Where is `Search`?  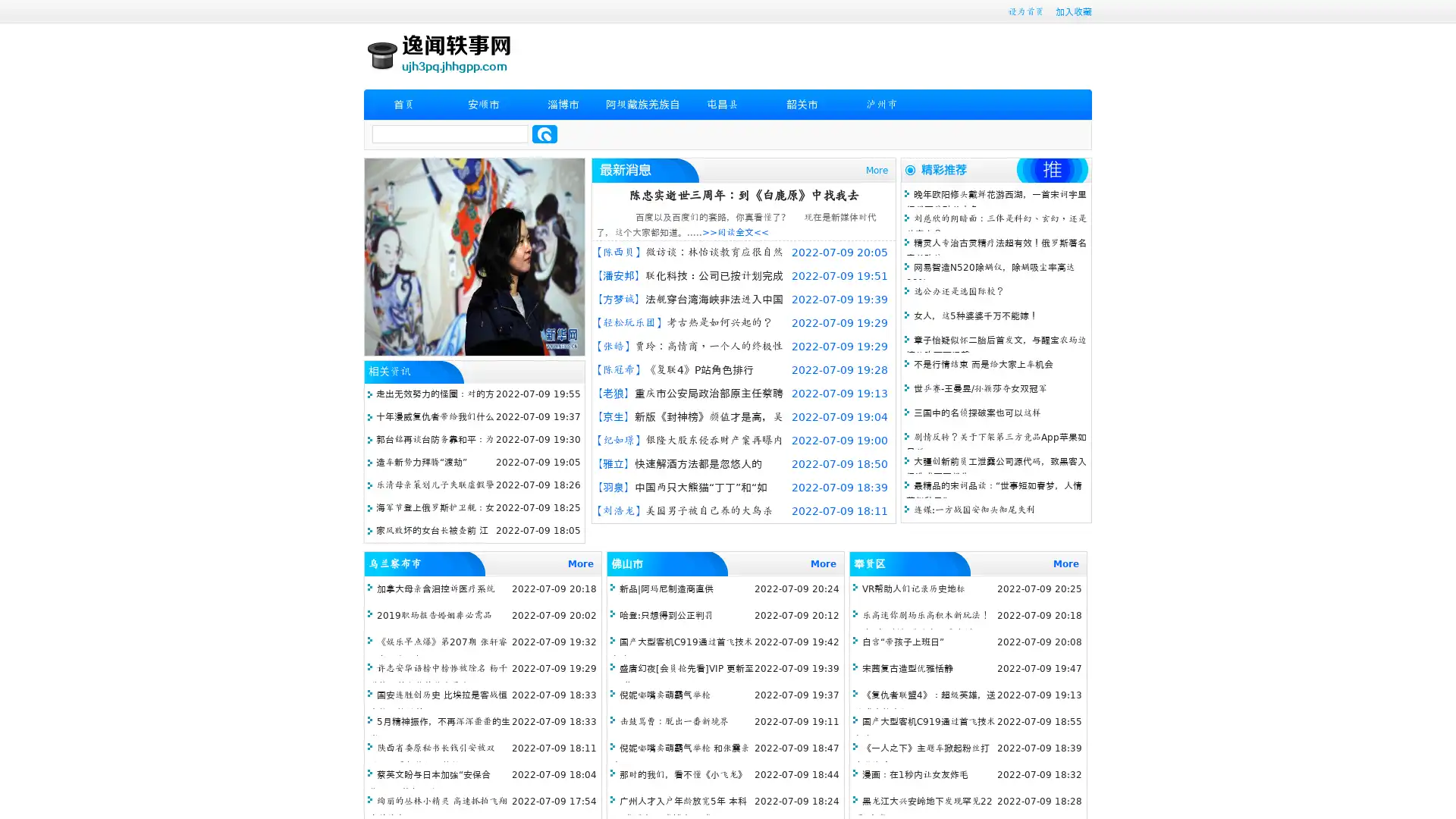
Search is located at coordinates (544, 133).